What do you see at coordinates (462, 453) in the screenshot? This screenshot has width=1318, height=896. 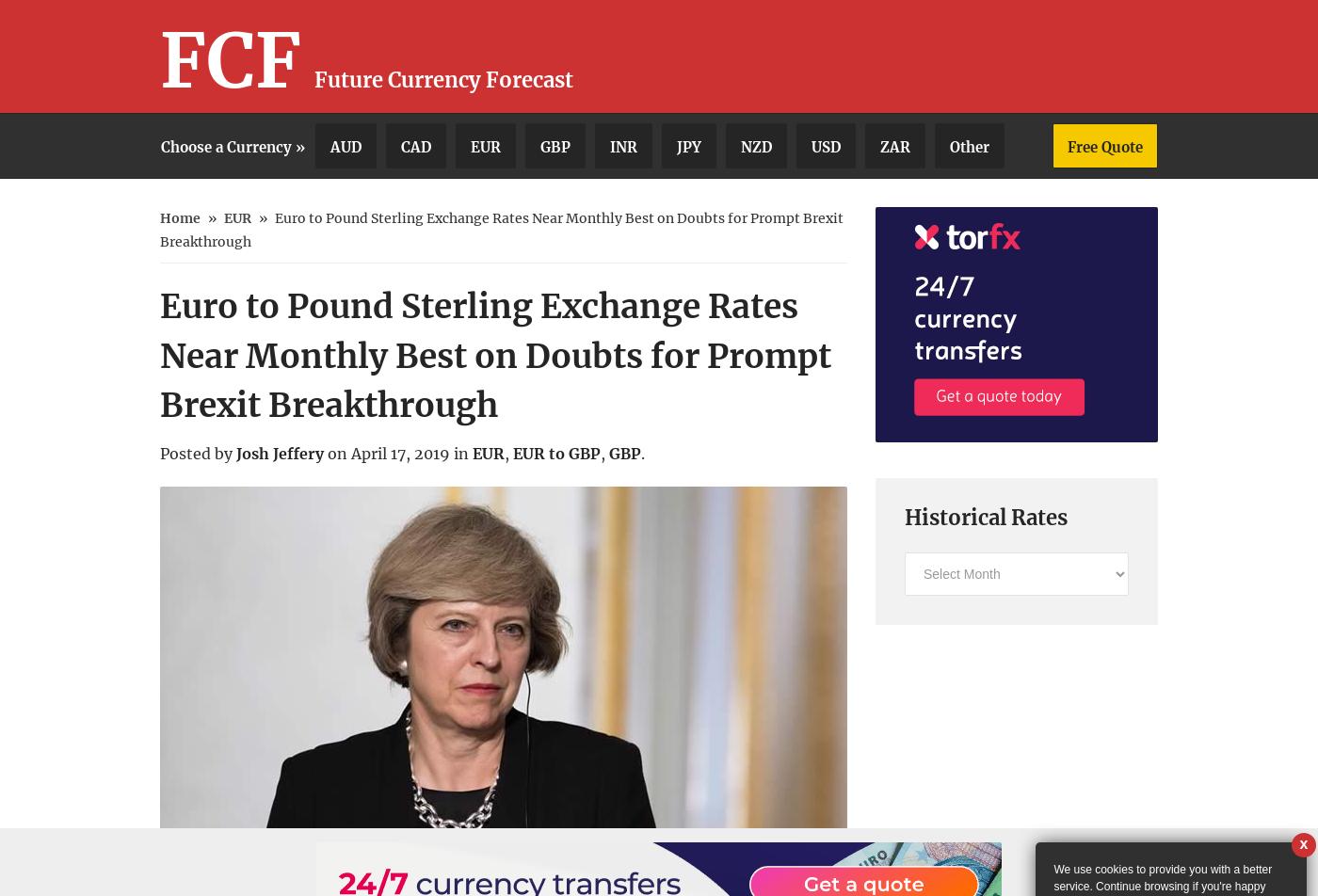 I see `'in'` at bounding box center [462, 453].